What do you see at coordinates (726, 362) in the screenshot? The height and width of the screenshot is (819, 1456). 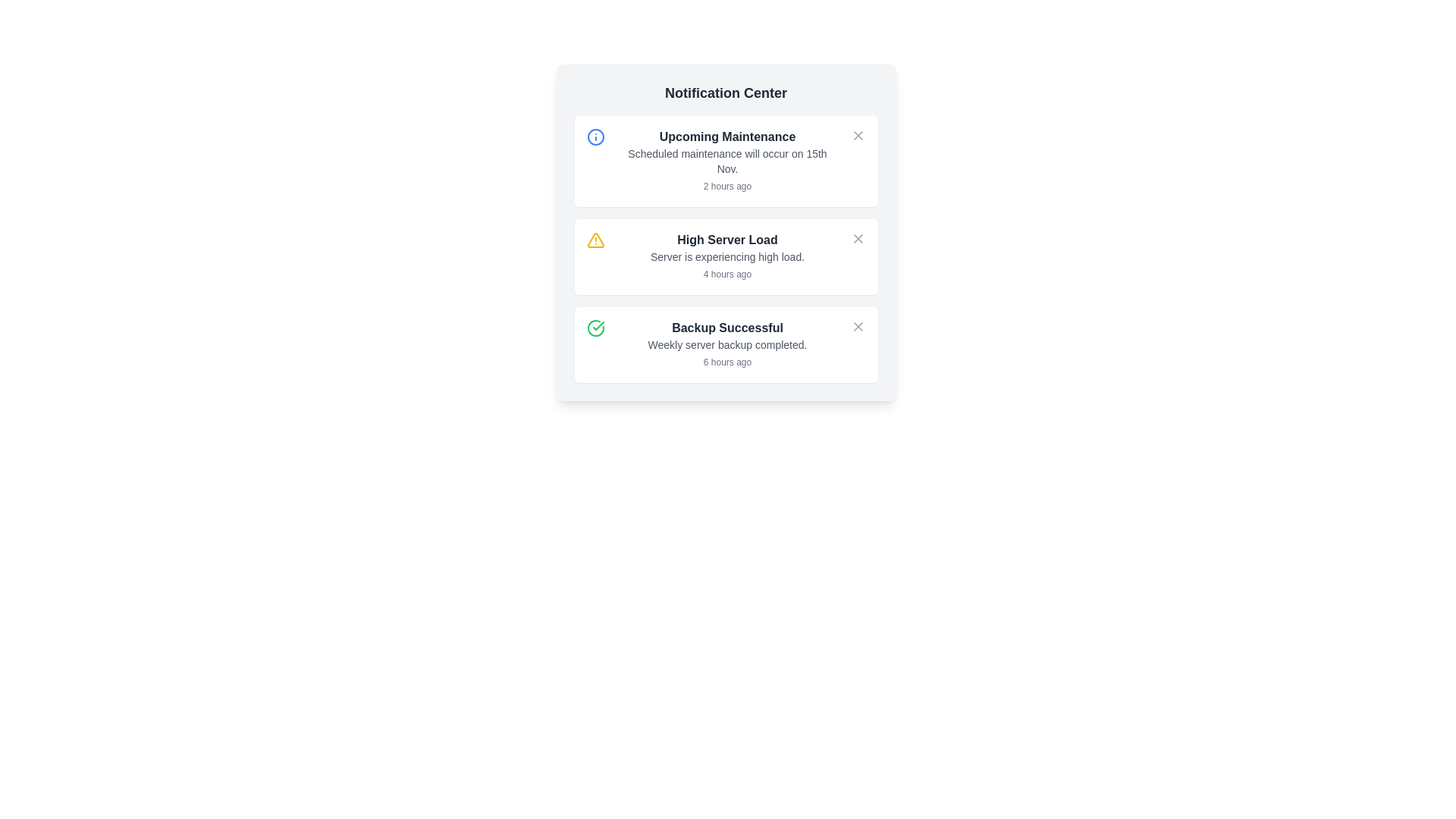 I see `the static text label that reads '6 hours ago.' located beneath the description 'Weekly server backup completed.' in the third notification card labeled 'Backup Successful.'` at bounding box center [726, 362].